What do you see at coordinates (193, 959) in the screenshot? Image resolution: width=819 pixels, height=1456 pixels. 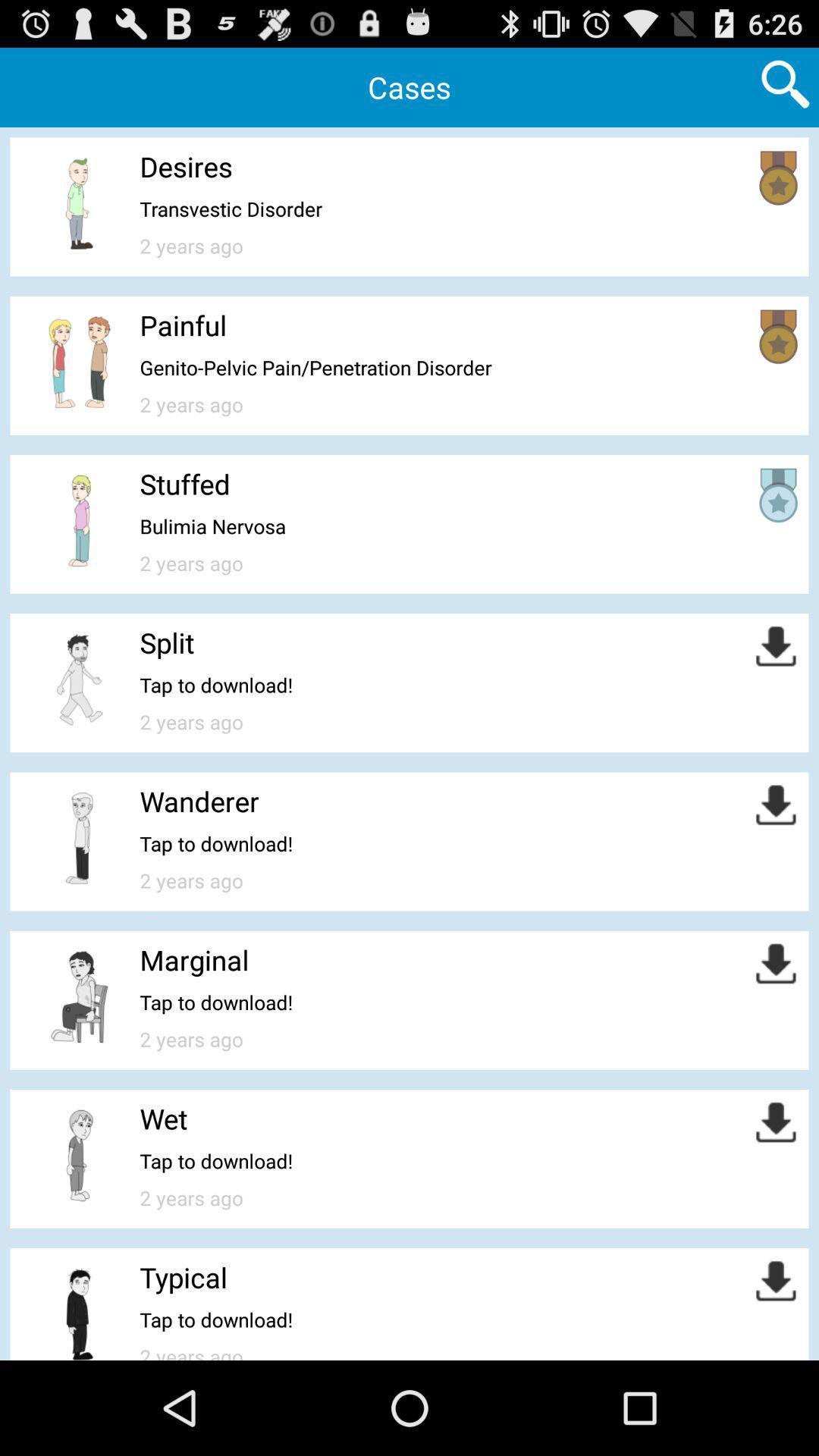 I see `marginal` at bounding box center [193, 959].